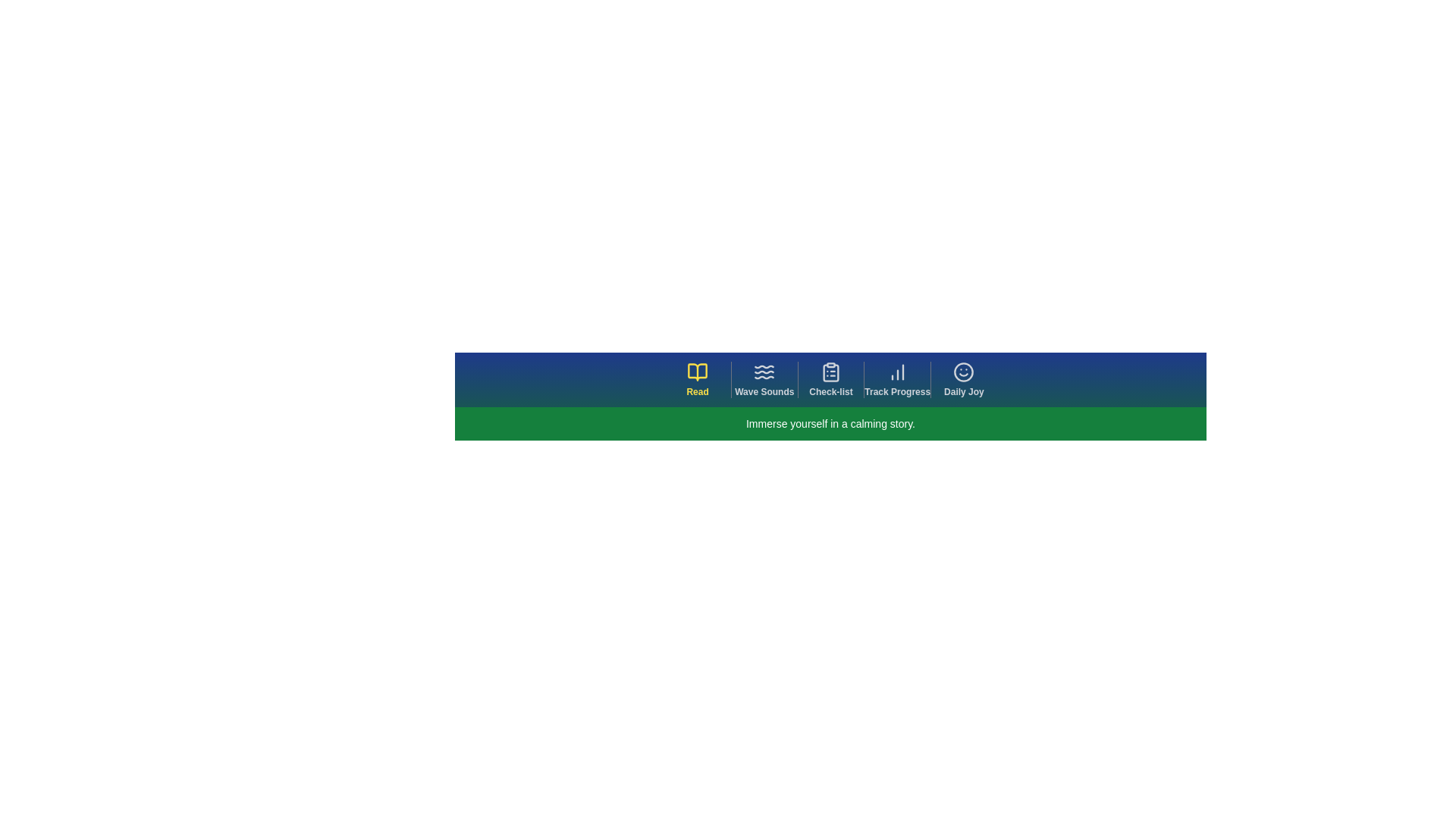  What do you see at coordinates (897, 379) in the screenshot?
I see `the navigation tab labeled Track Progress` at bounding box center [897, 379].